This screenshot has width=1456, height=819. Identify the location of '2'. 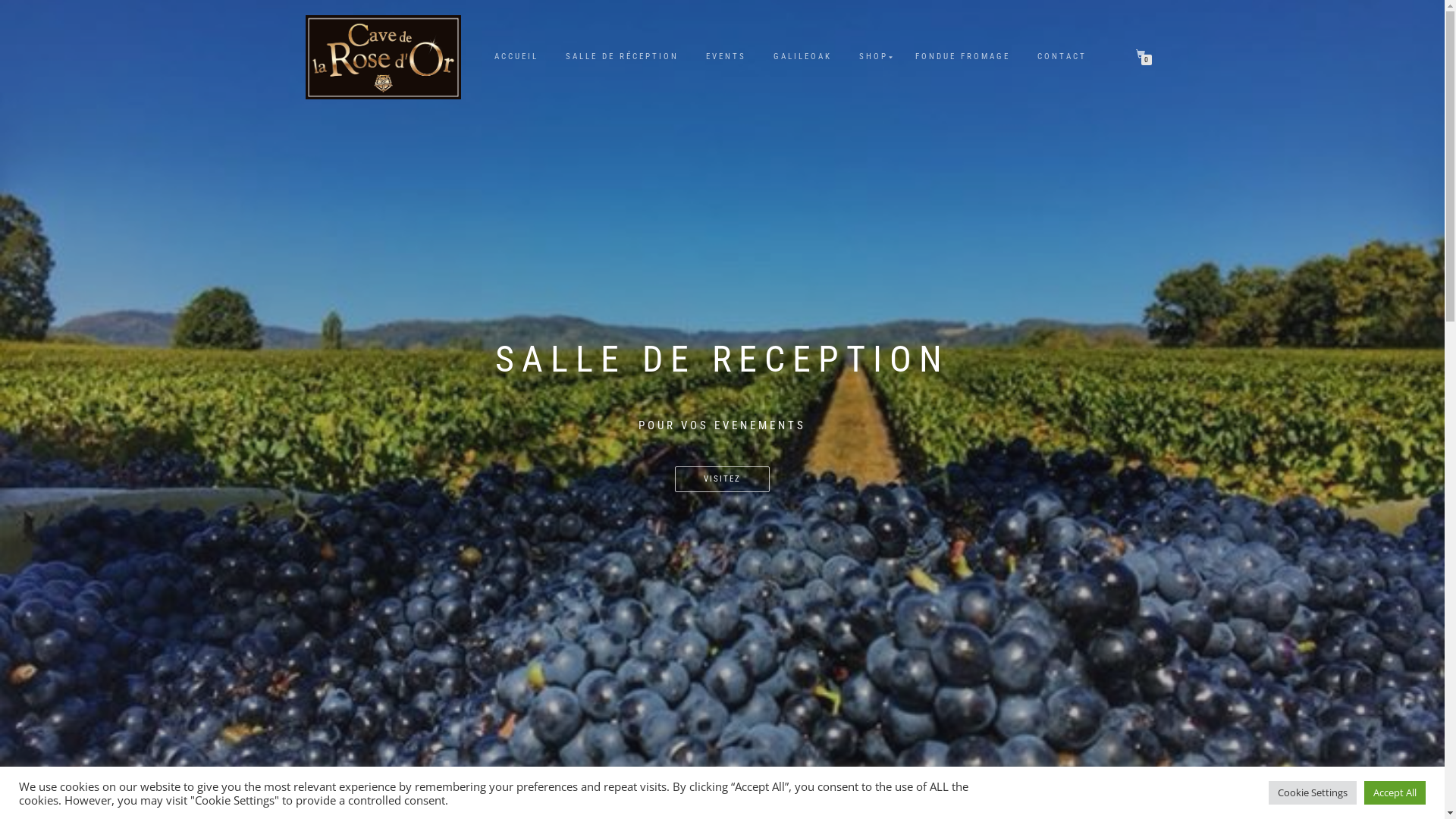
(712, 786).